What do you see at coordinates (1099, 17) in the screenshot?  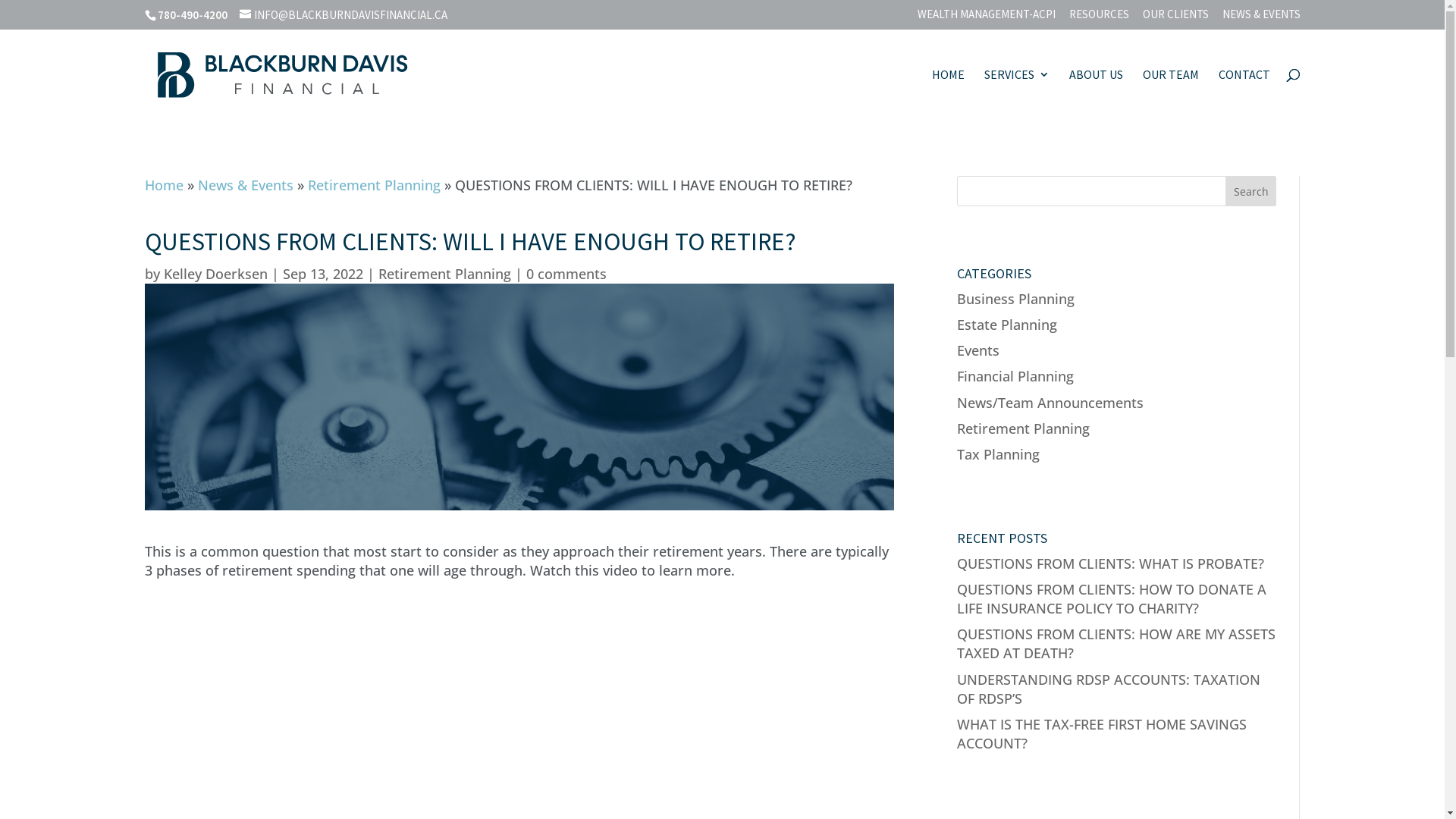 I see `'RESOURCES'` at bounding box center [1099, 17].